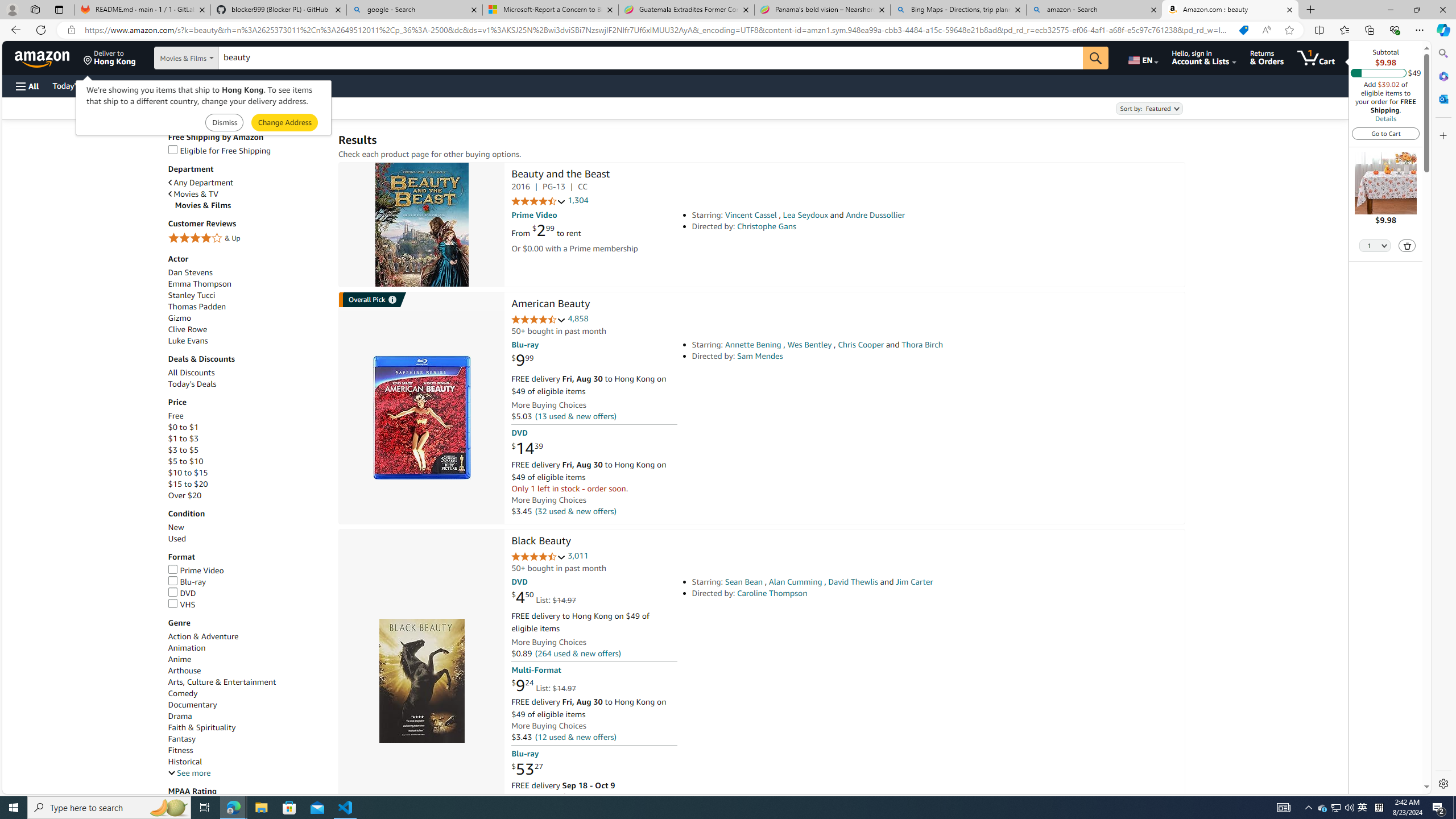  What do you see at coordinates (247, 383) in the screenshot?
I see `'Today'` at bounding box center [247, 383].